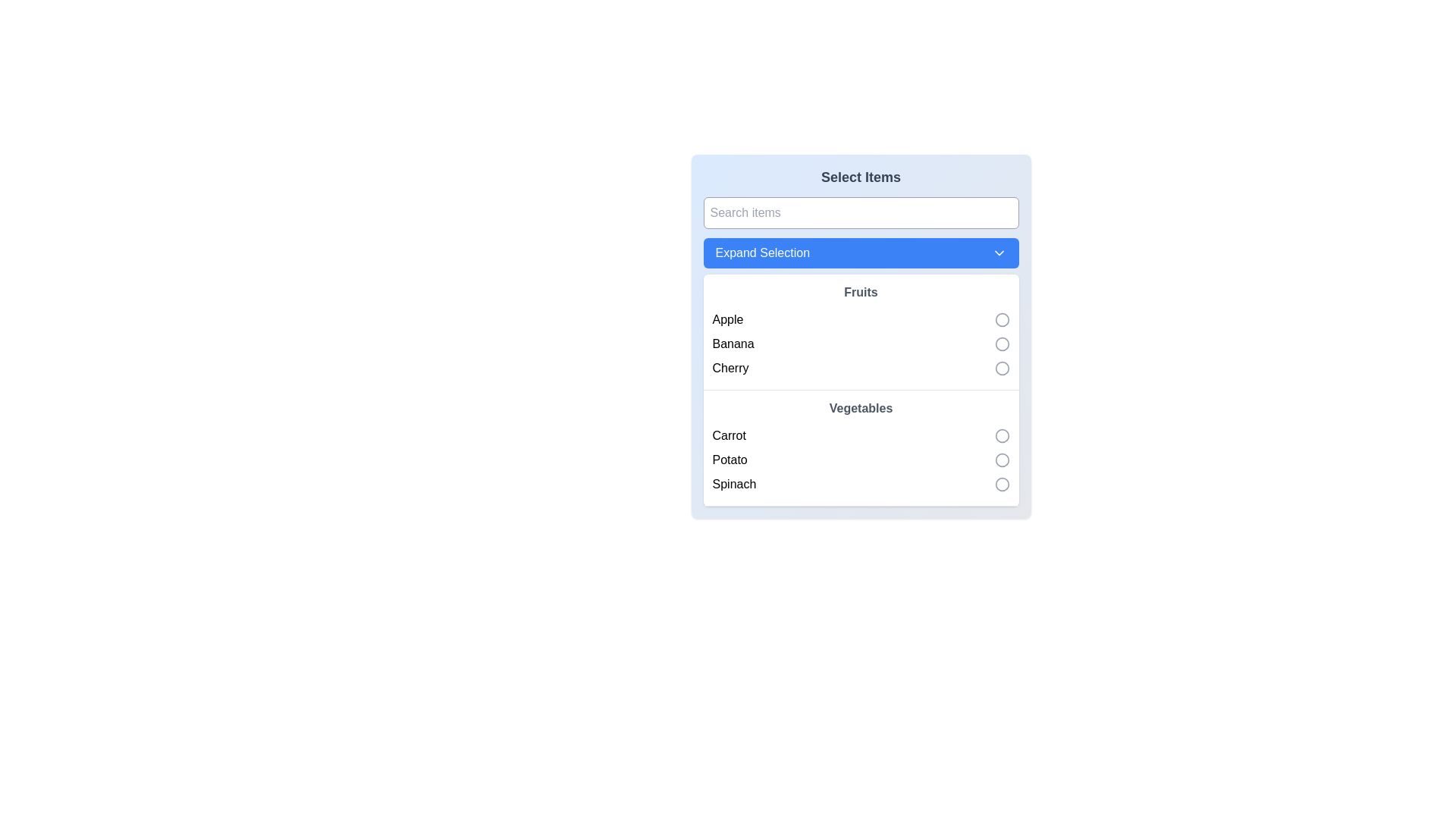  I want to click on the 'Potato' entry in the second row of the 'Vegetables' section, so click(861, 459).